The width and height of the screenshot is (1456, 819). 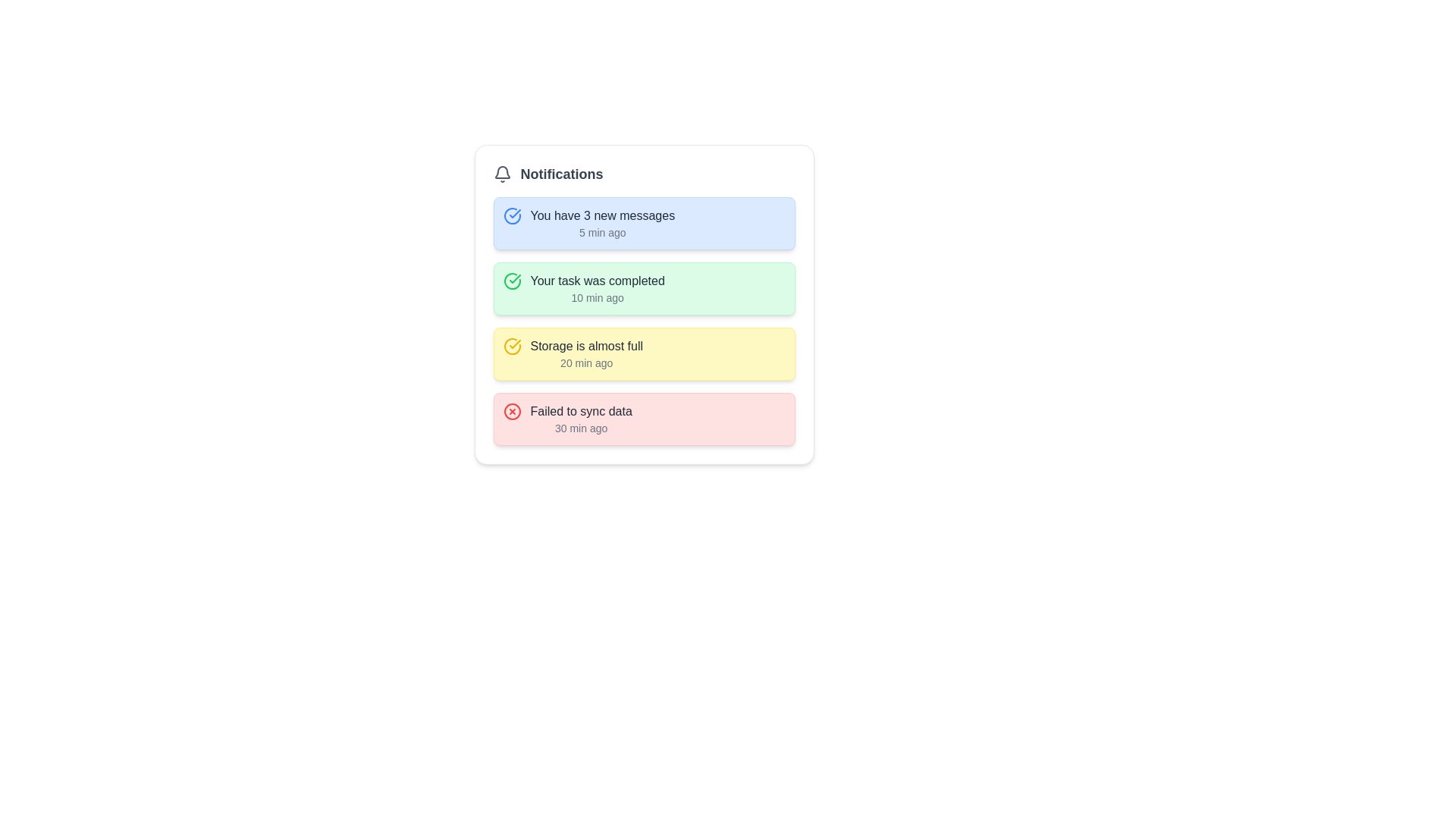 I want to click on the notification box with a red background that indicates 'Failed to sync data' to view more details, so click(x=644, y=419).